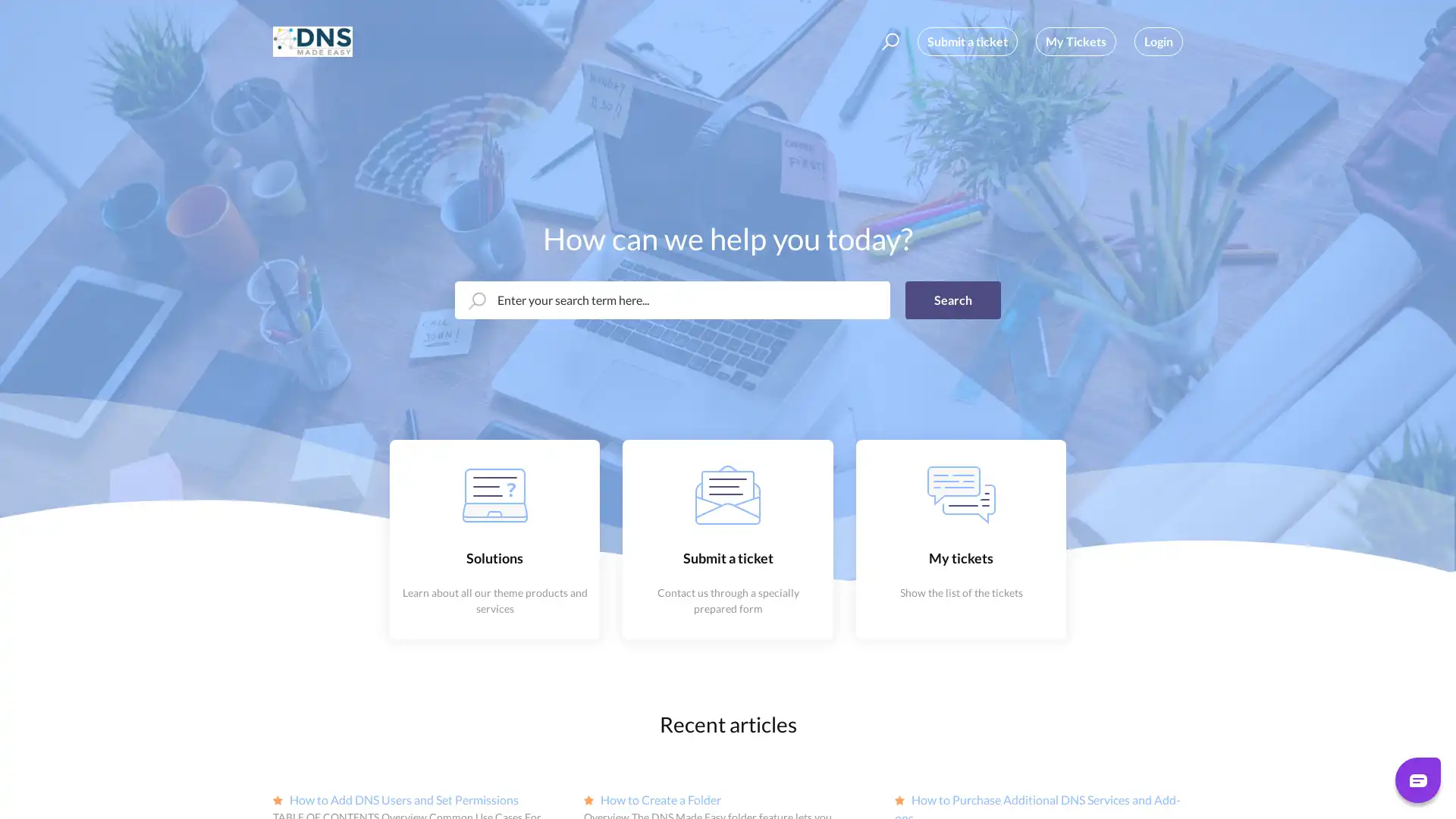 Image resolution: width=1456 pixels, height=819 pixels. What do you see at coordinates (952, 299) in the screenshot?
I see `Search` at bounding box center [952, 299].